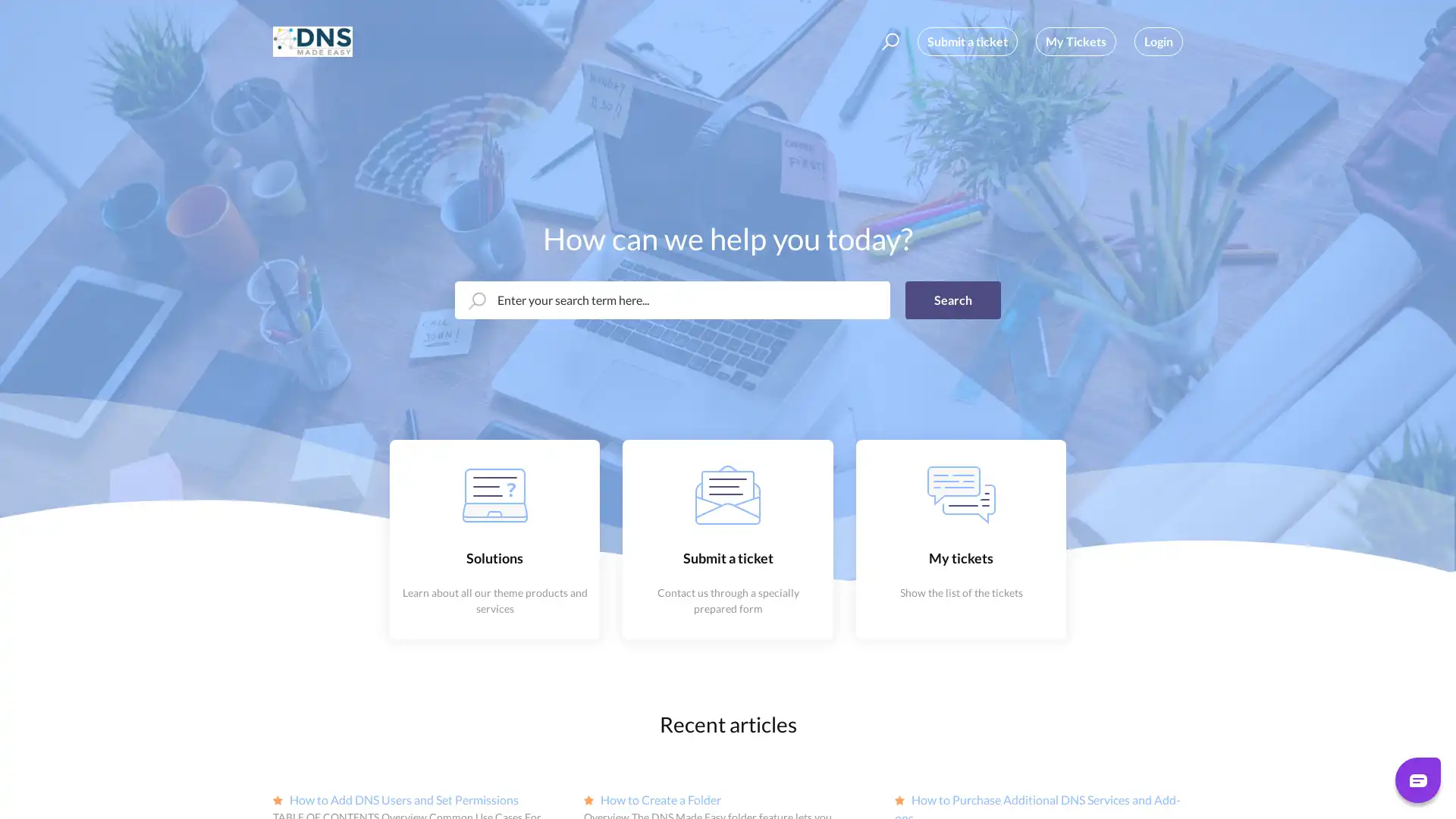 Image resolution: width=1456 pixels, height=819 pixels. What do you see at coordinates (952, 299) in the screenshot?
I see `Search` at bounding box center [952, 299].